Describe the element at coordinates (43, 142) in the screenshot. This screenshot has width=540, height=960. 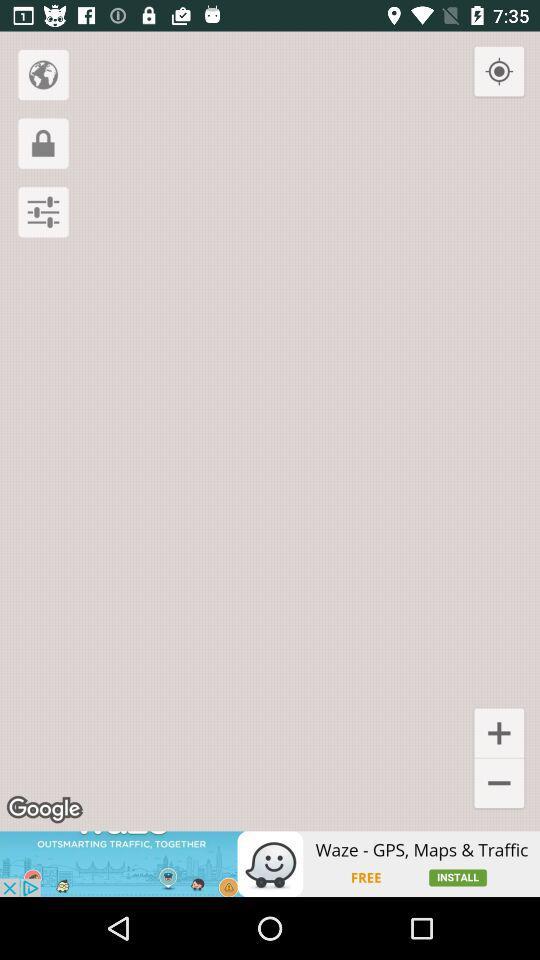
I see `looke` at that location.